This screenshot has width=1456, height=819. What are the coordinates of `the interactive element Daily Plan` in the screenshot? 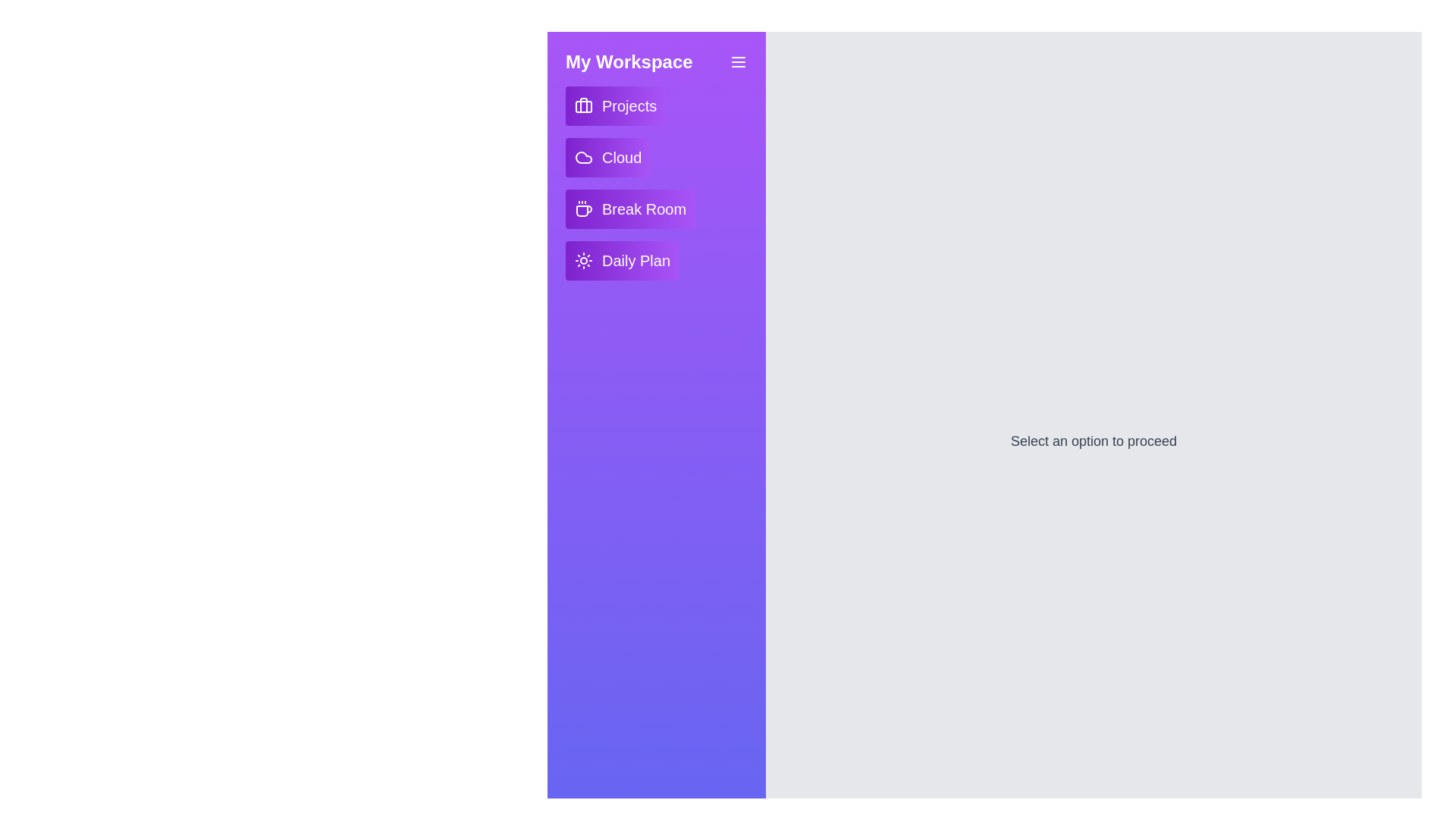 It's located at (622, 259).